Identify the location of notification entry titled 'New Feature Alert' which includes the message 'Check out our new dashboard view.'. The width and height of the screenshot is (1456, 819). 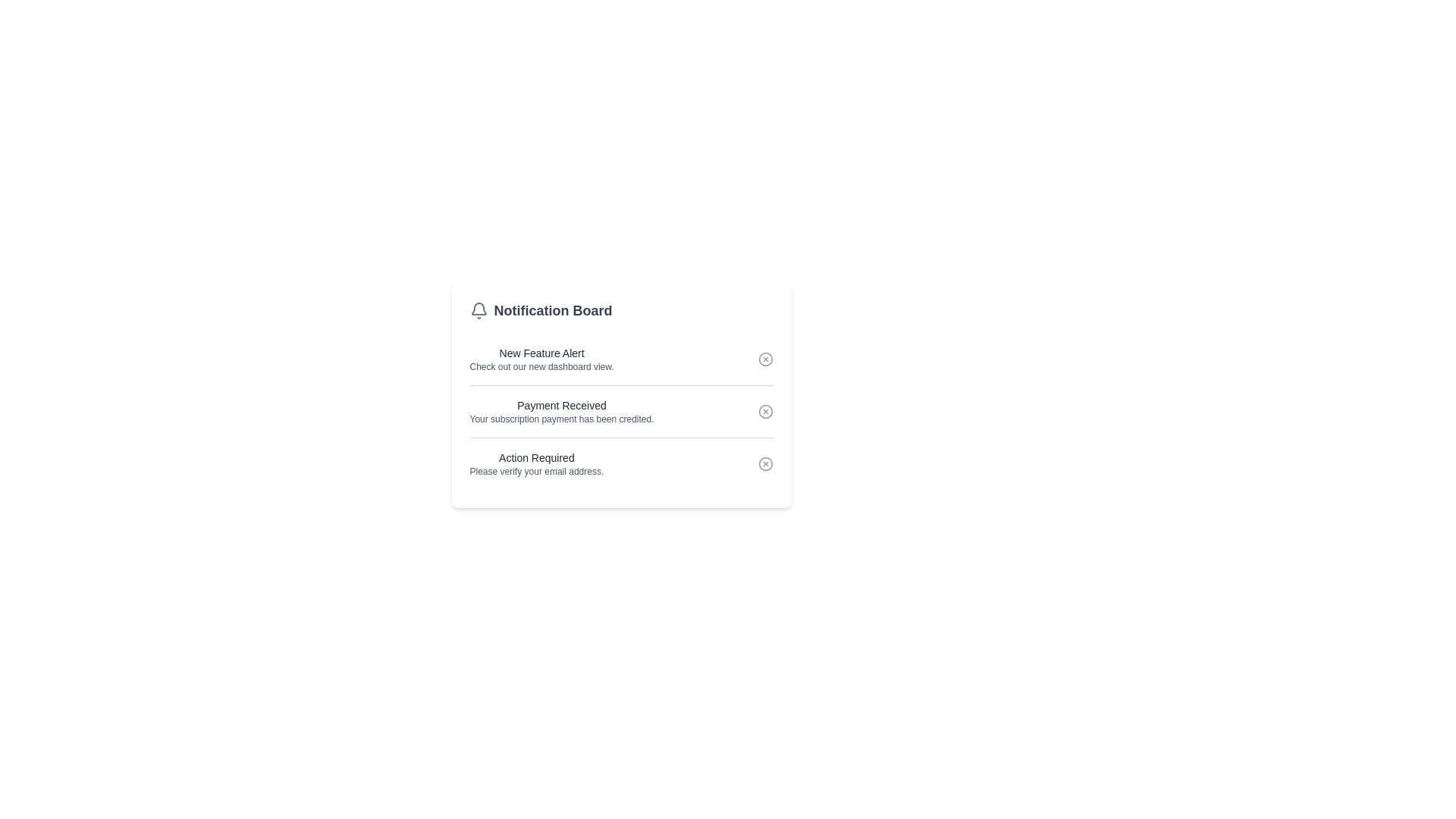
(621, 359).